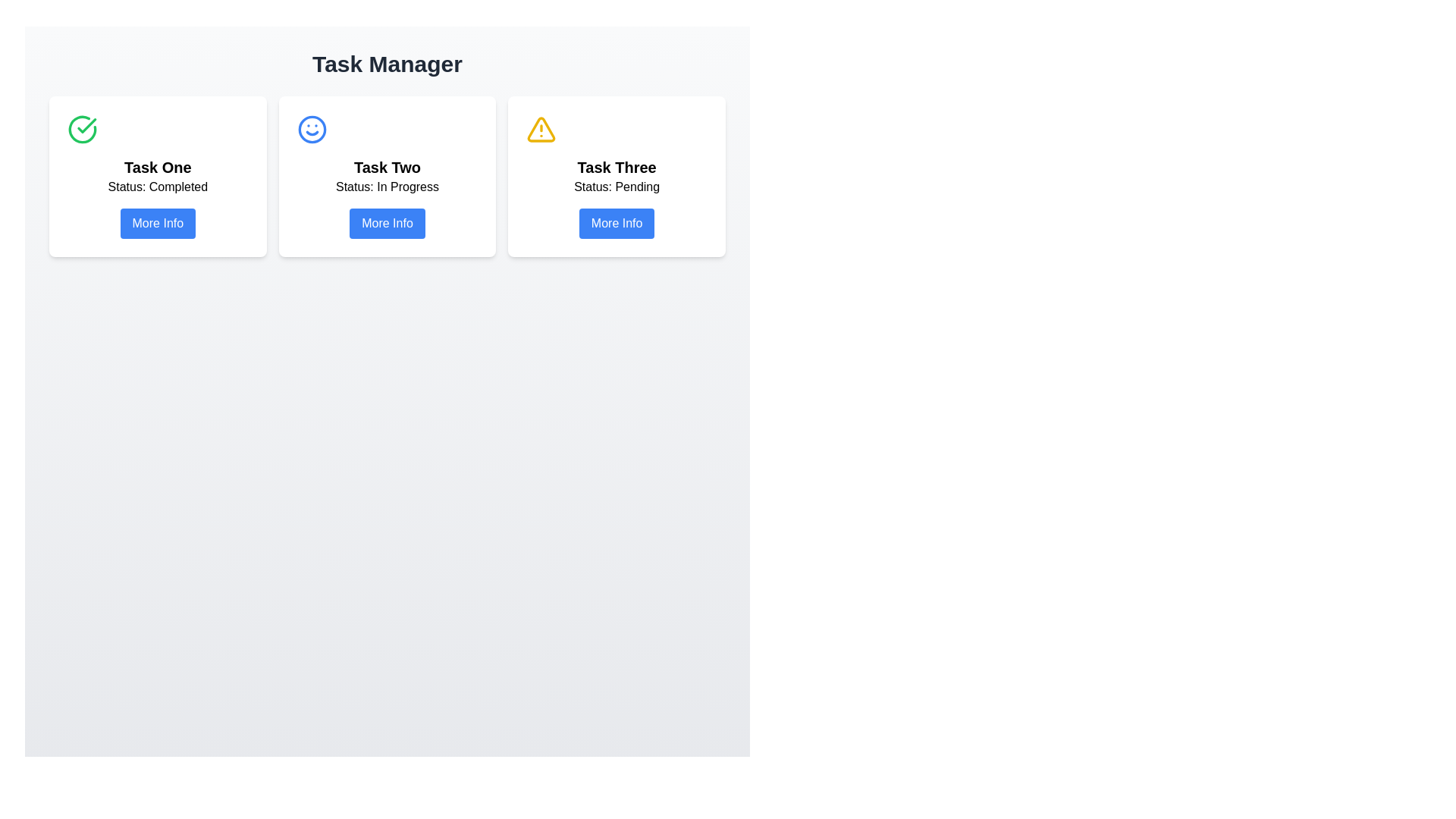 The width and height of the screenshot is (1456, 819). I want to click on the text label indicating the current status of 'Task Two', which shows 'In Progress', so click(387, 186).